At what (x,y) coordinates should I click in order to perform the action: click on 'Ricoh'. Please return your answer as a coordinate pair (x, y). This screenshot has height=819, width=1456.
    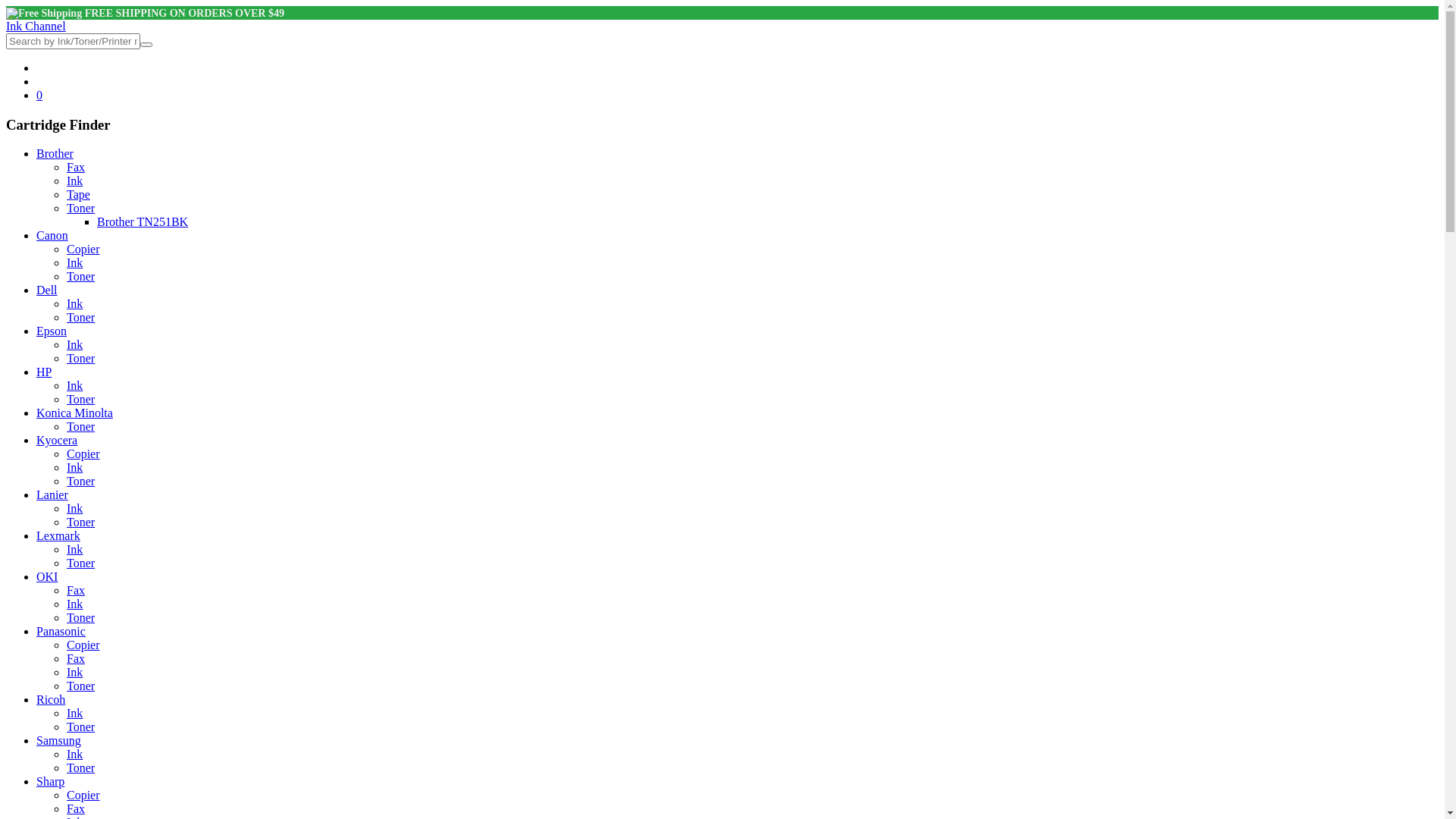
    Looking at the image, I should click on (51, 699).